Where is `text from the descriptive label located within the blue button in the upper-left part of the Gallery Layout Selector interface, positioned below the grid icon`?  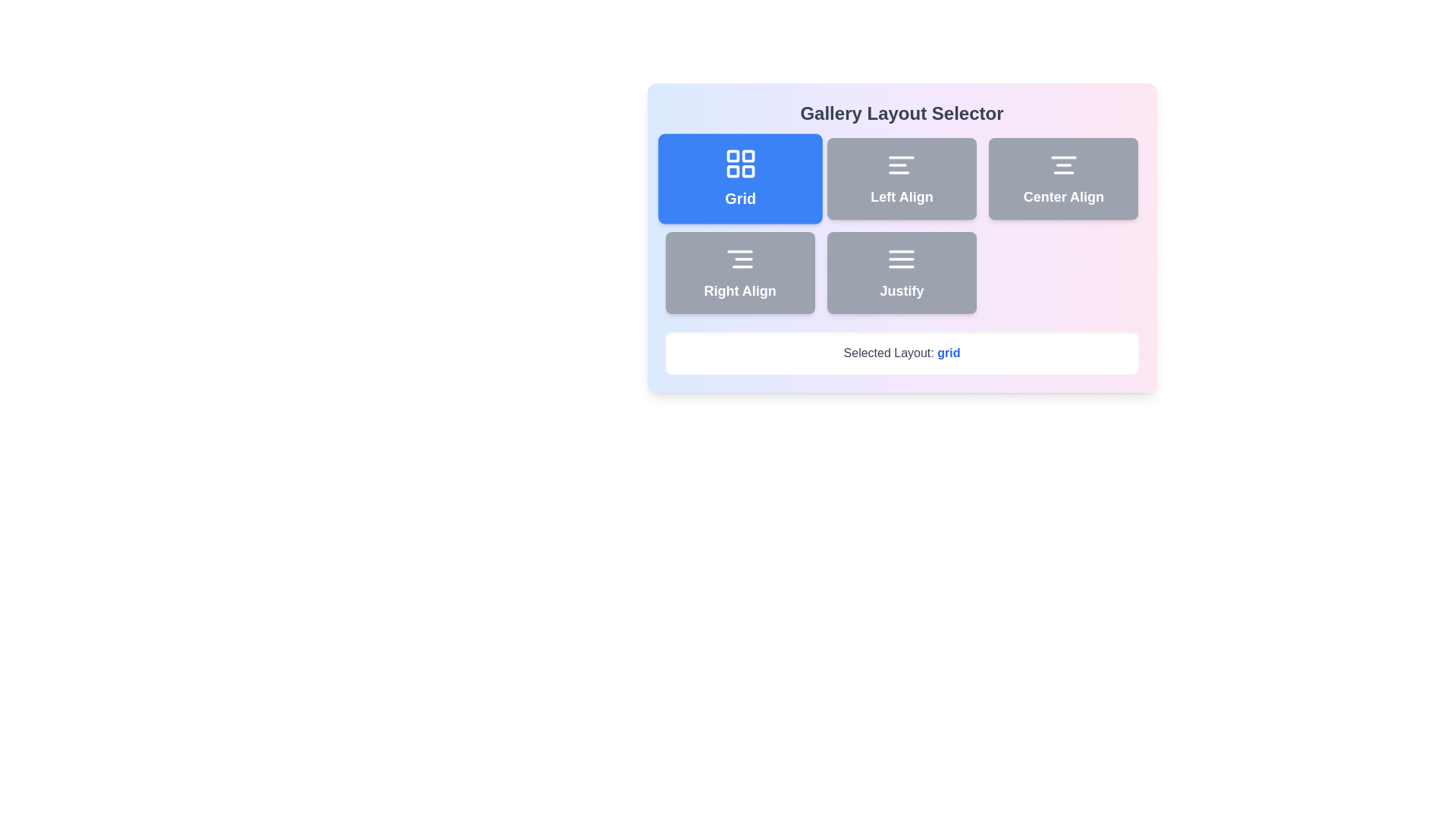
text from the descriptive label located within the blue button in the upper-left part of the Gallery Layout Selector interface, positioned below the grid icon is located at coordinates (740, 198).